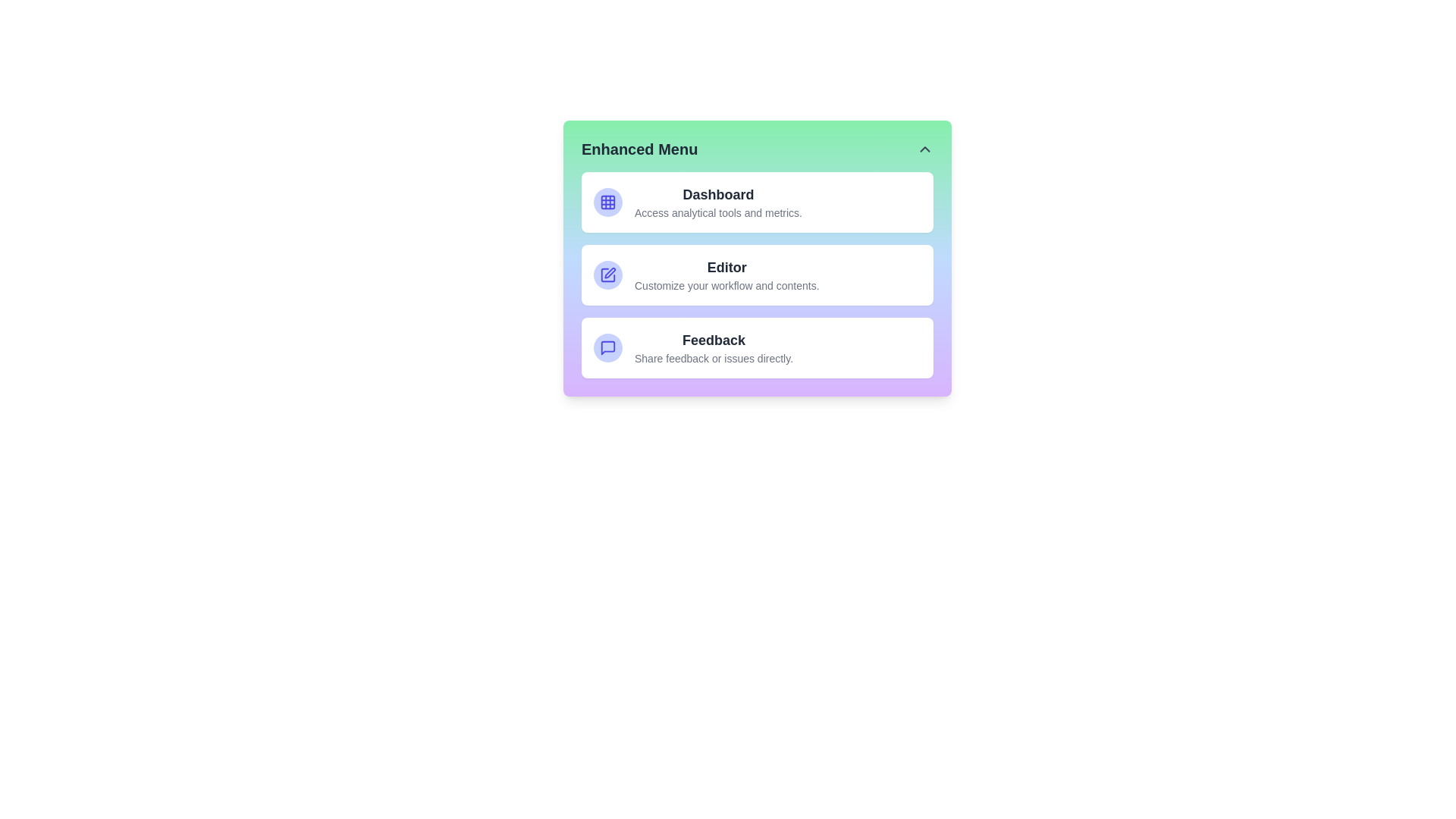  Describe the element at coordinates (717, 194) in the screenshot. I see `the 'Dashboard' item in the menu to view its details or navigate` at that location.